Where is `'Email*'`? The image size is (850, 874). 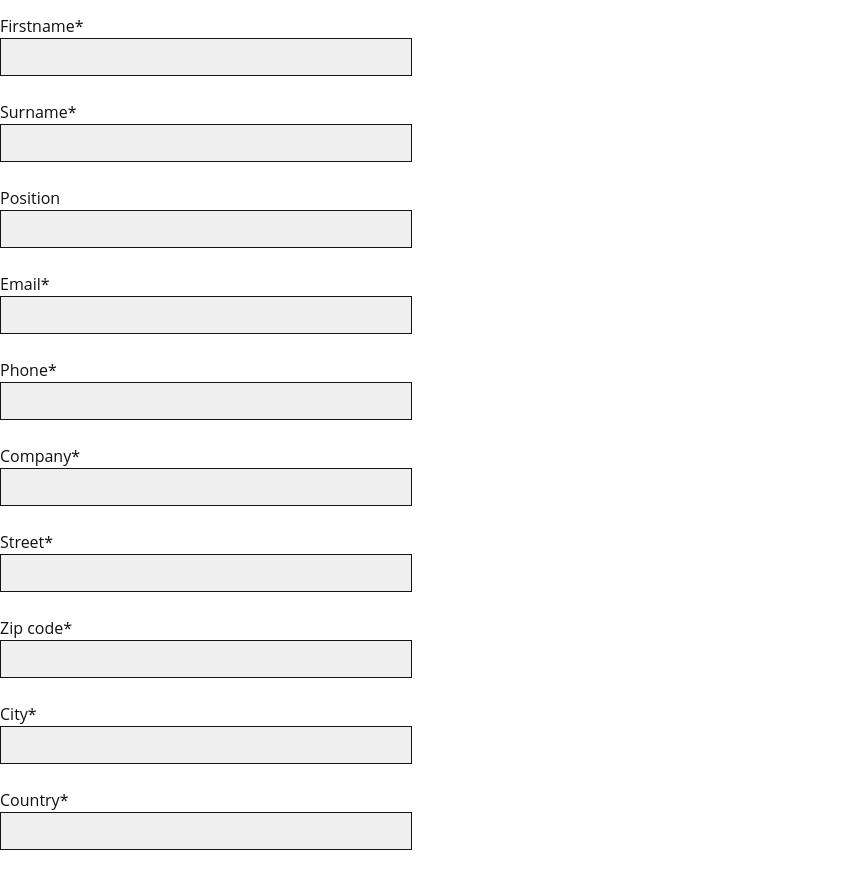 'Email*' is located at coordinates (23, 283).